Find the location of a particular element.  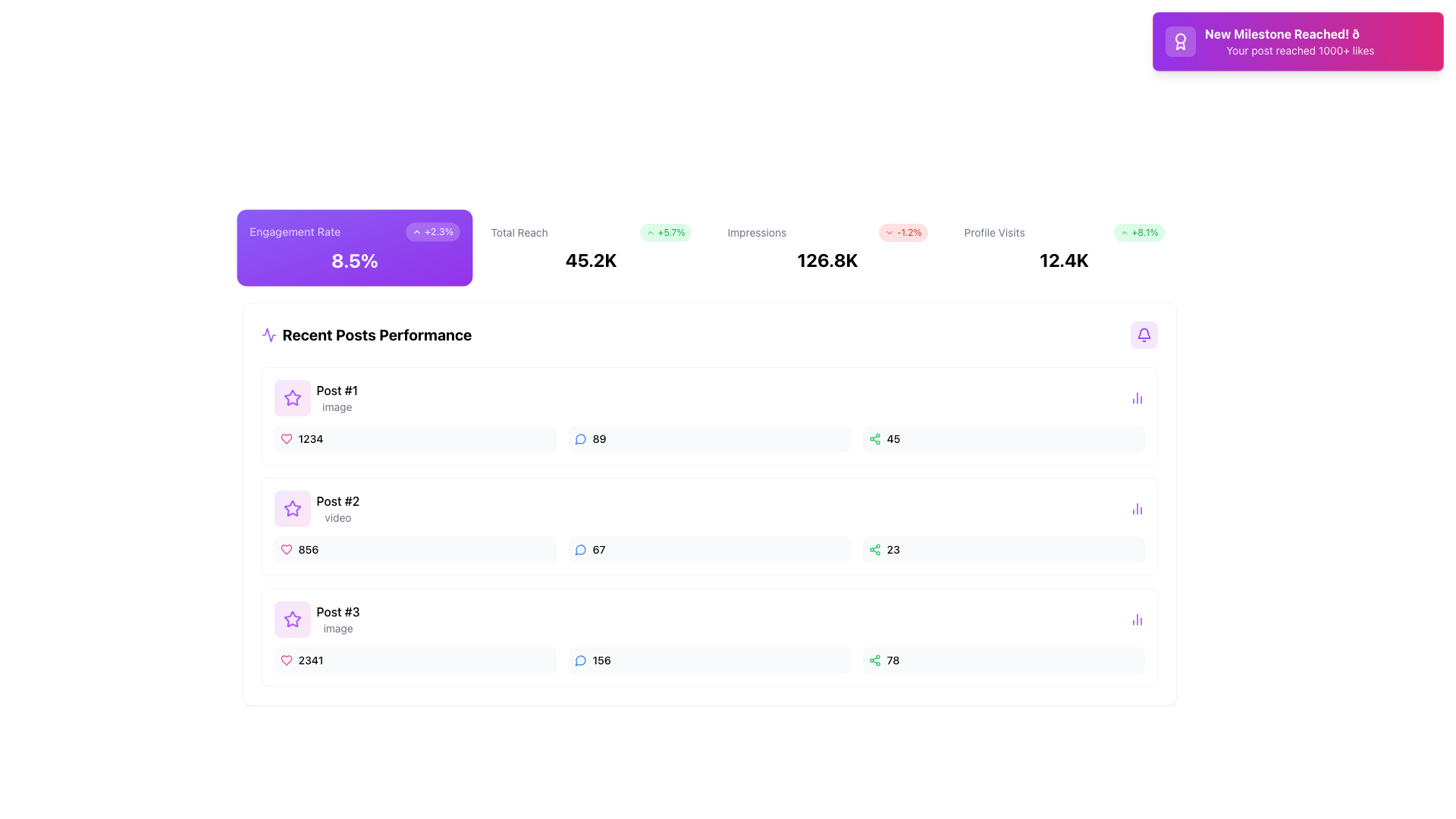

the heart icon outlined in pink located in the third row of the 'Recent Posts Performance' section, positioned to the left of the number '2341' is located at coordinates (286, 660).